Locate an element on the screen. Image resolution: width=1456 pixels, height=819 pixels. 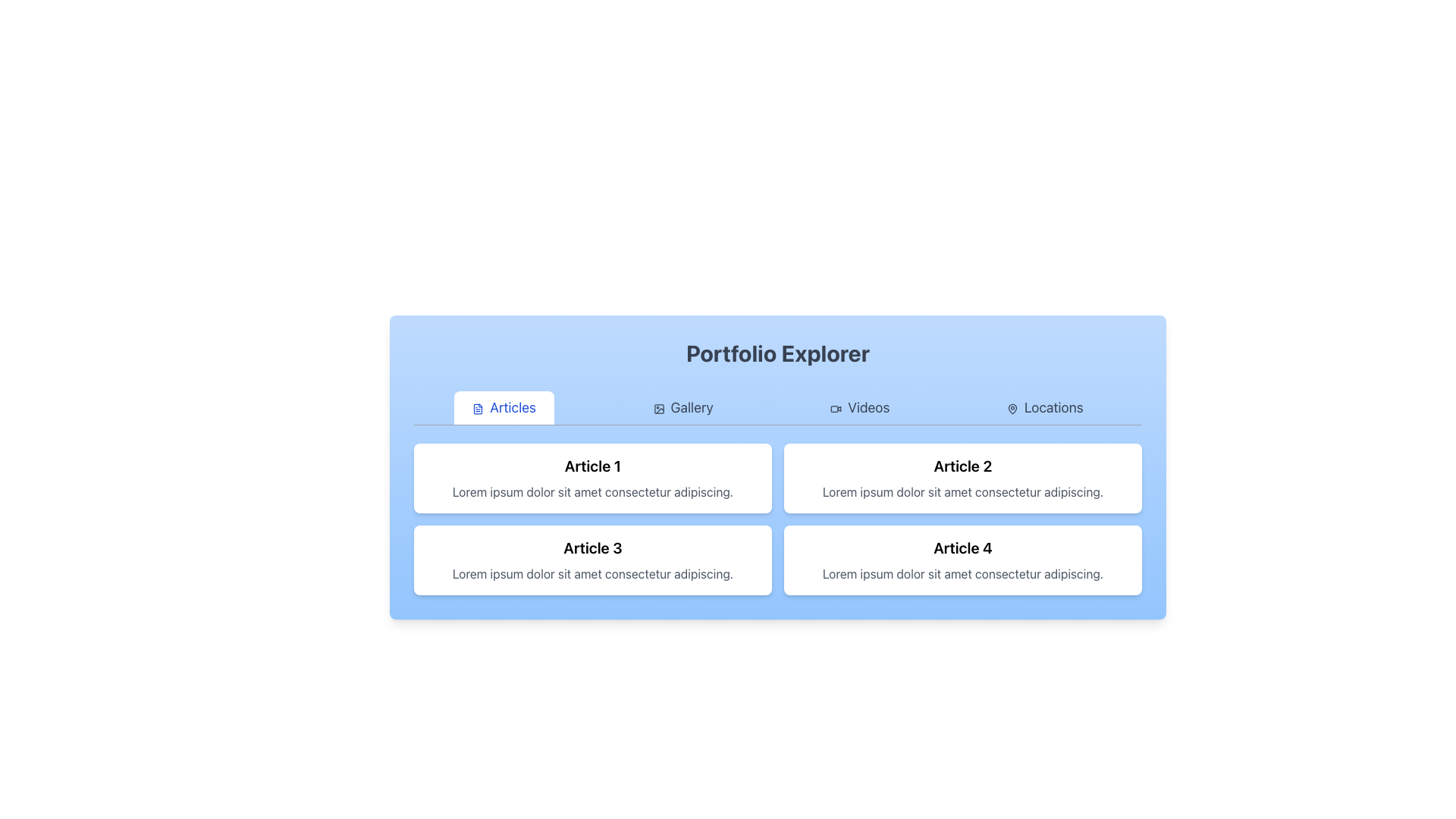
to select the 'Locations' tab represented by a map pin icon in the navigation area of the Portfolio Explorer interface is located at coordinates (1012, 408).